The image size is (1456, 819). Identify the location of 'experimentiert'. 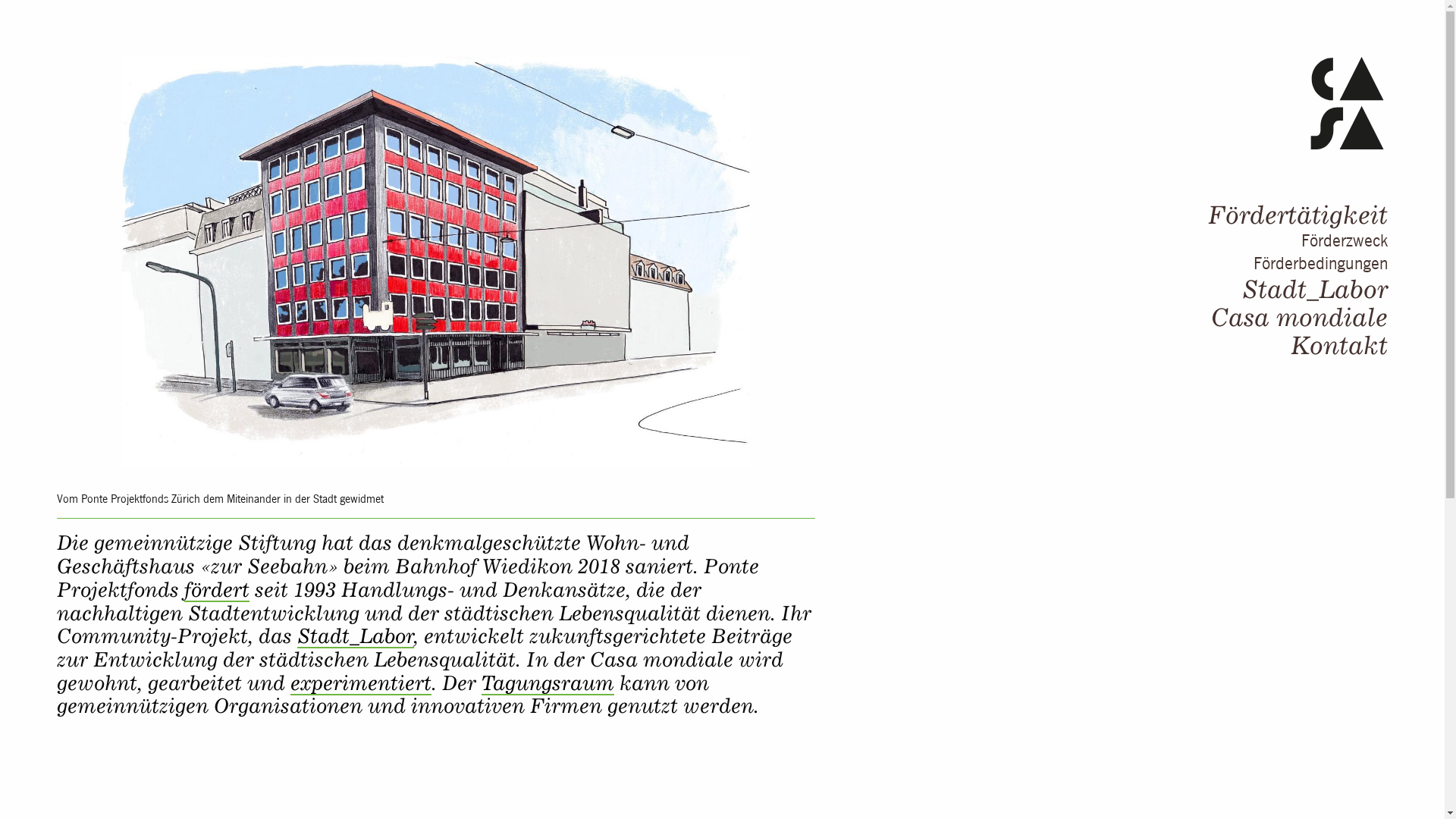
(359, 683).